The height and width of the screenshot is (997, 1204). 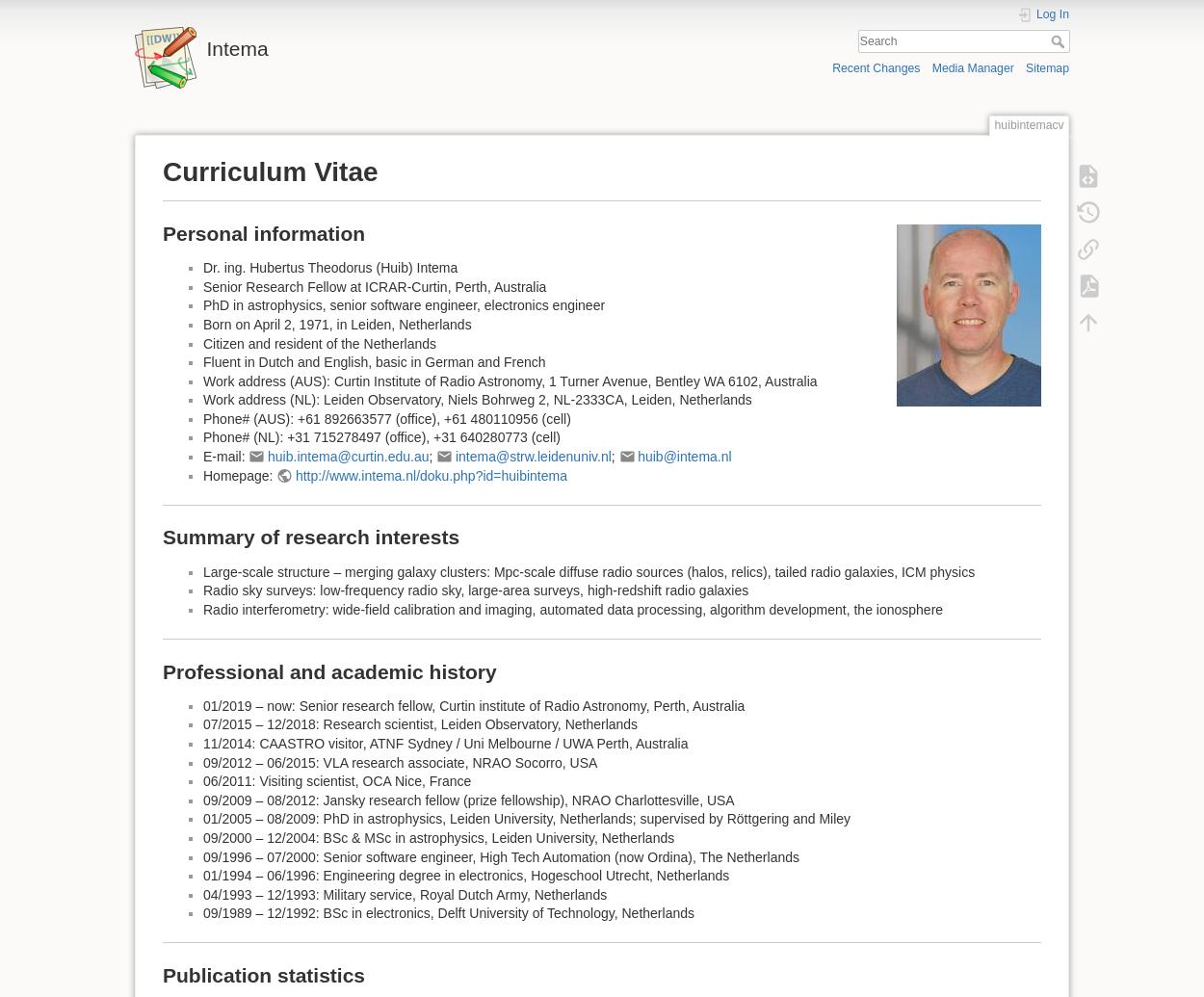 I want to click on '01/1994 – 06/1996: Engineering degree in electronics, Hogeschool Utrecht, Netherlands', so click(x=202, y=875).